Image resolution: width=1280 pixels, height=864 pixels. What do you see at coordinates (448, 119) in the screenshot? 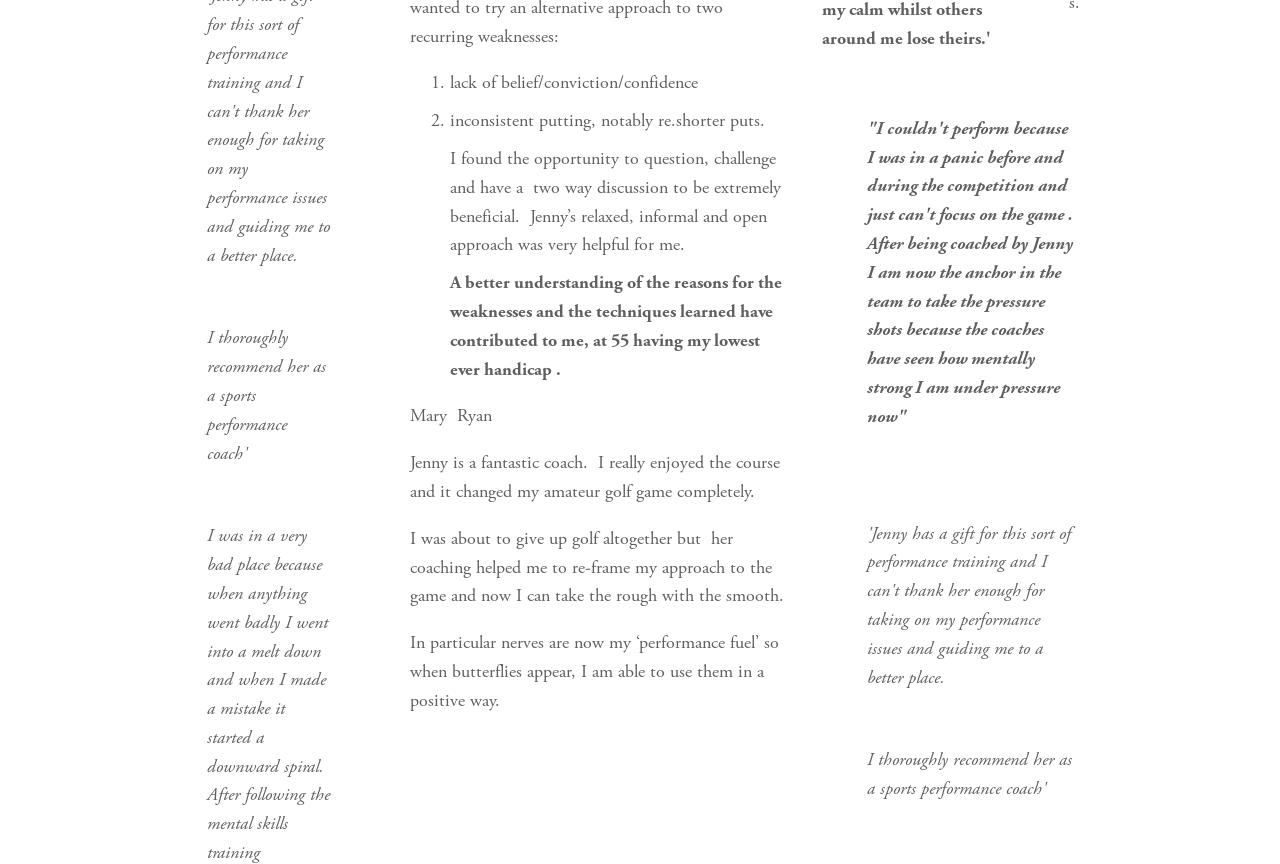
I see `'inconsistent putting, notably re.shorter puts.'` at bounding box center [448, 119].